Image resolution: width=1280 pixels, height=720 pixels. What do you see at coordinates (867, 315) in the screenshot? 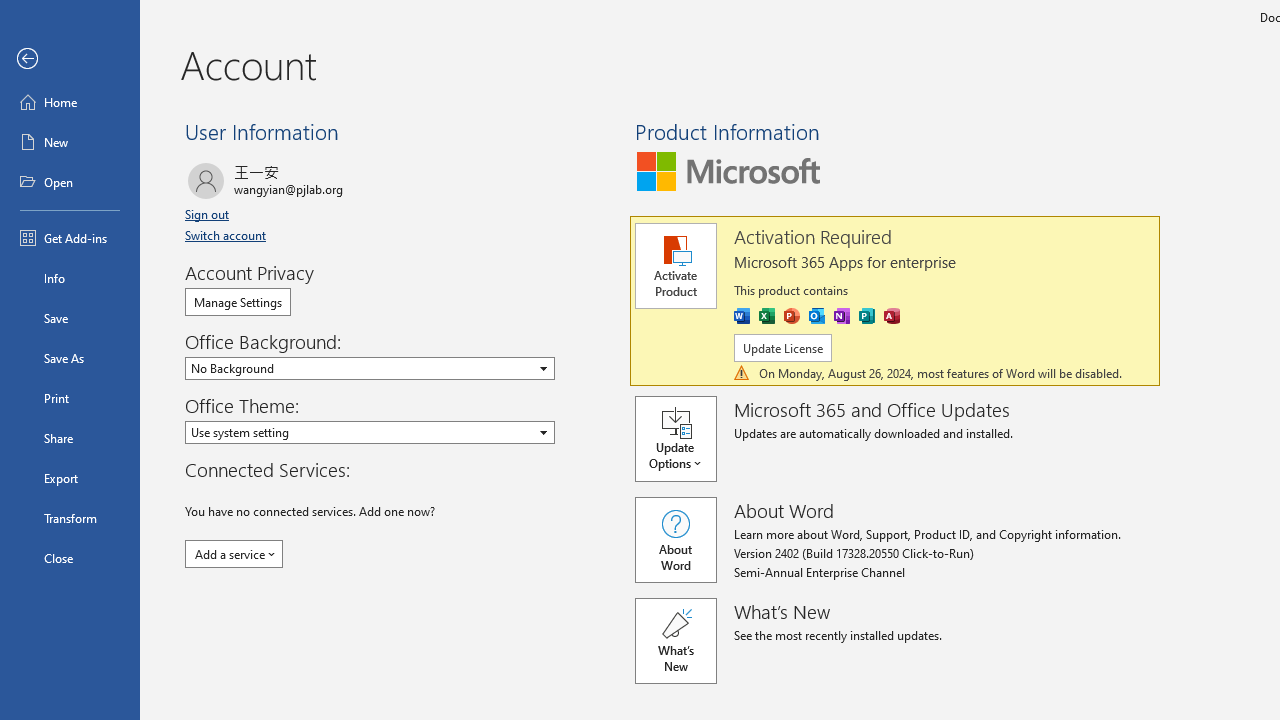
I see `'Publisher'` at bounding box center [867, 315].